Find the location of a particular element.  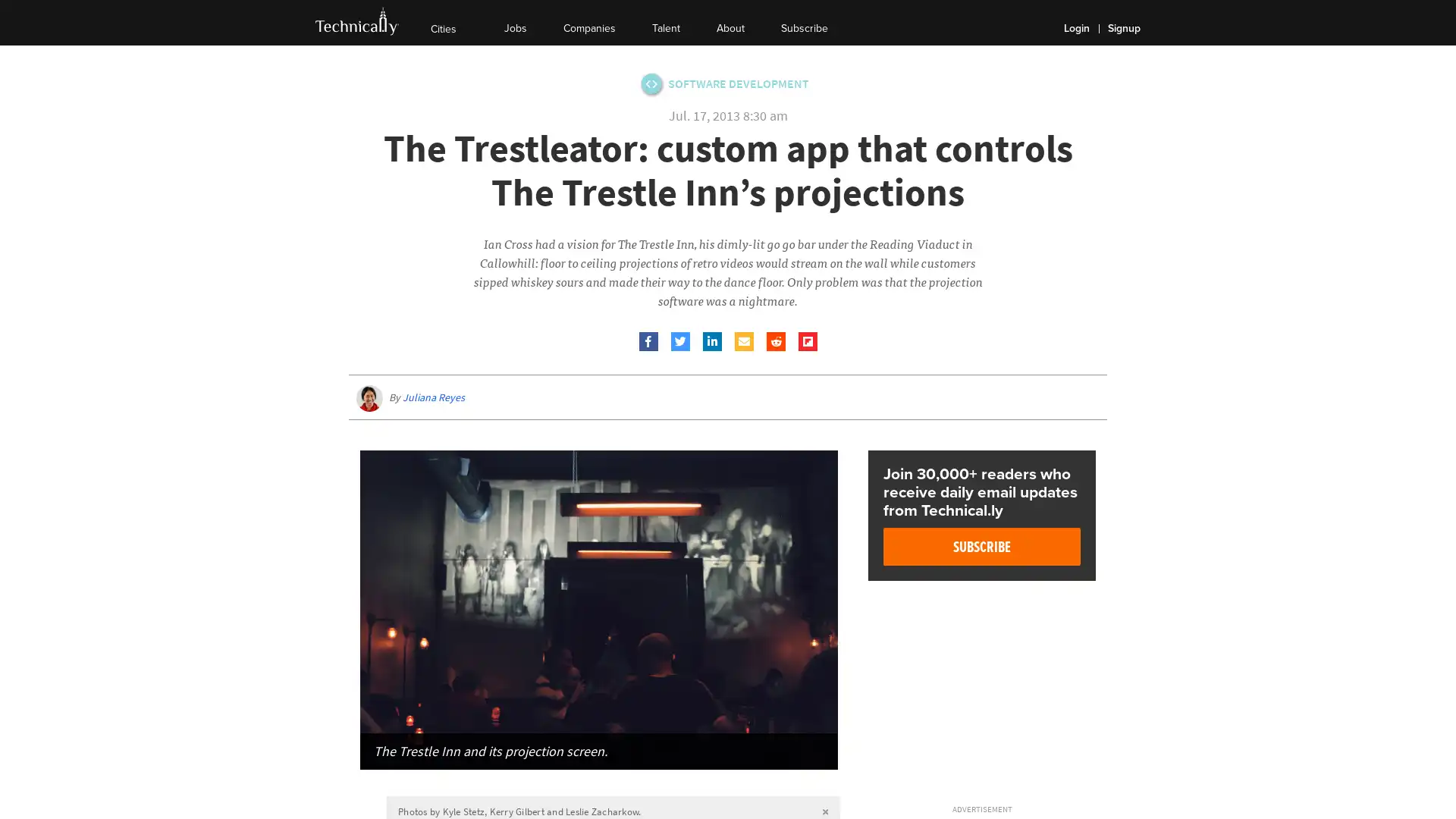

Subscribe is located at coordinates (982, 547).